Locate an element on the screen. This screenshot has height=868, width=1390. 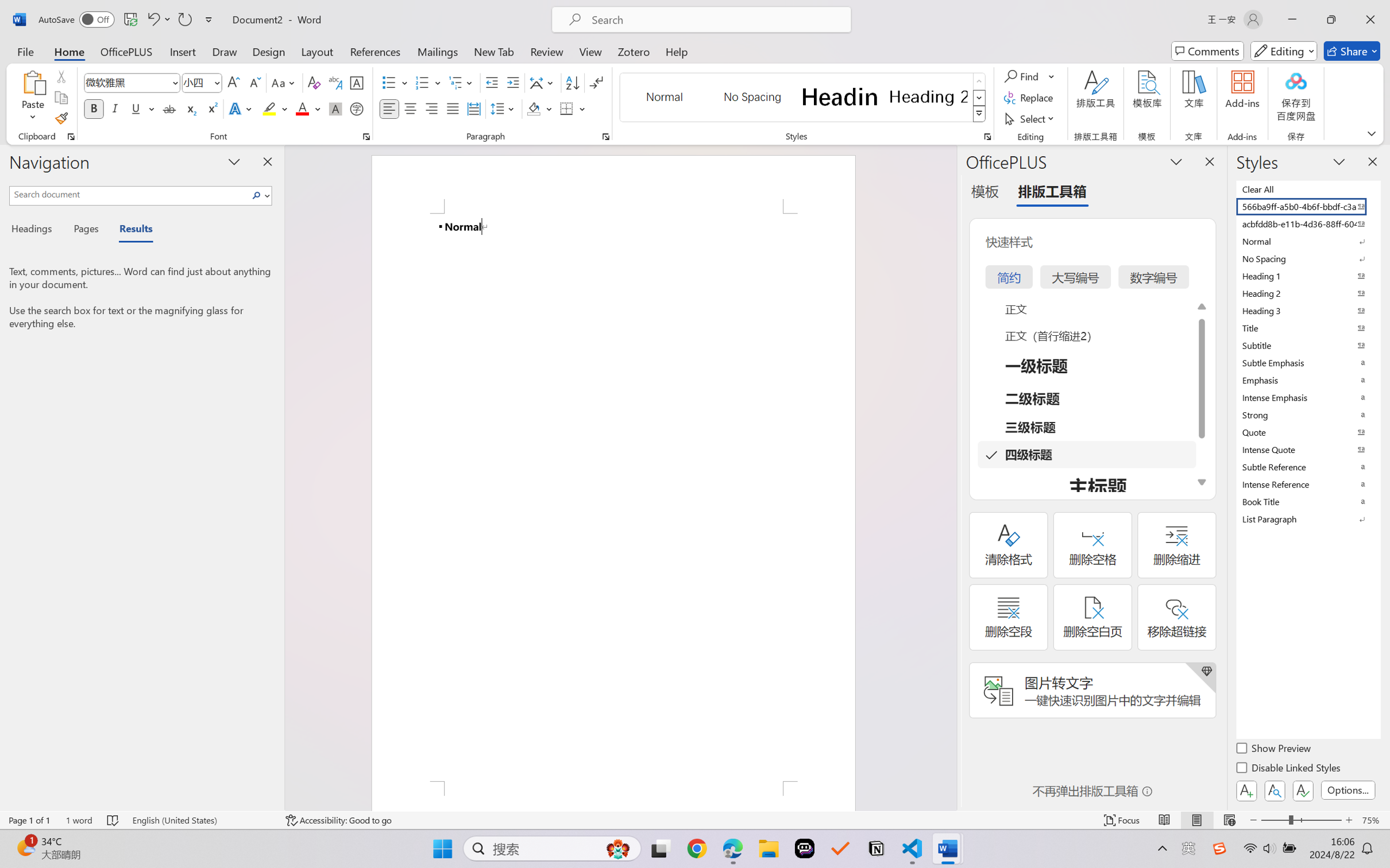
'Clear Formatting' is located at coordinates (313, 83).